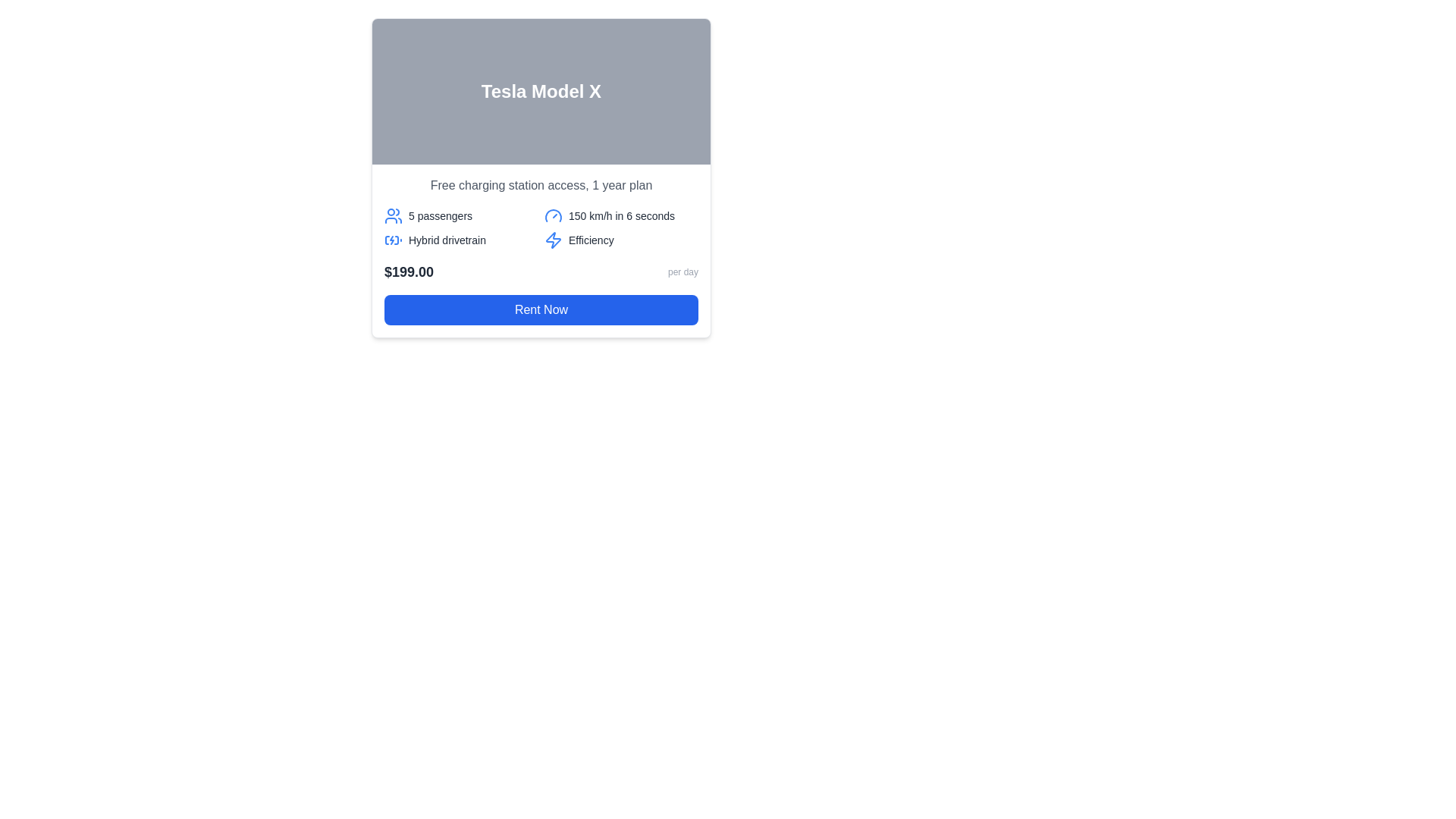  What do you see at coordinates (682, 271) in the screenshot?
I see `the text label displaying 'per day', which is located at the bottom right of the card component next to the monetary value of '$199.00'` at bounding box center [682, 271].